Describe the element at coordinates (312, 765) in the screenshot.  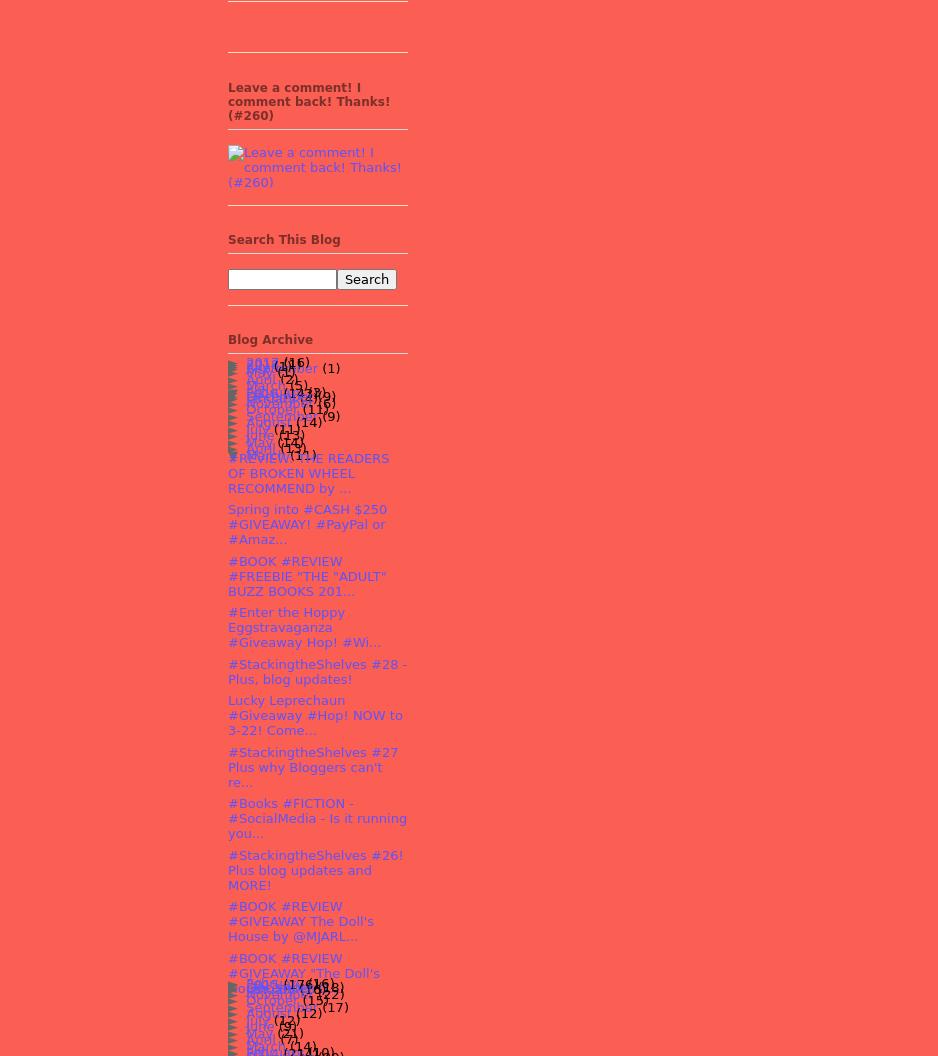
I see `'#StackingtheShelves #27 Plus why Bloggers can't re...'` at that location.